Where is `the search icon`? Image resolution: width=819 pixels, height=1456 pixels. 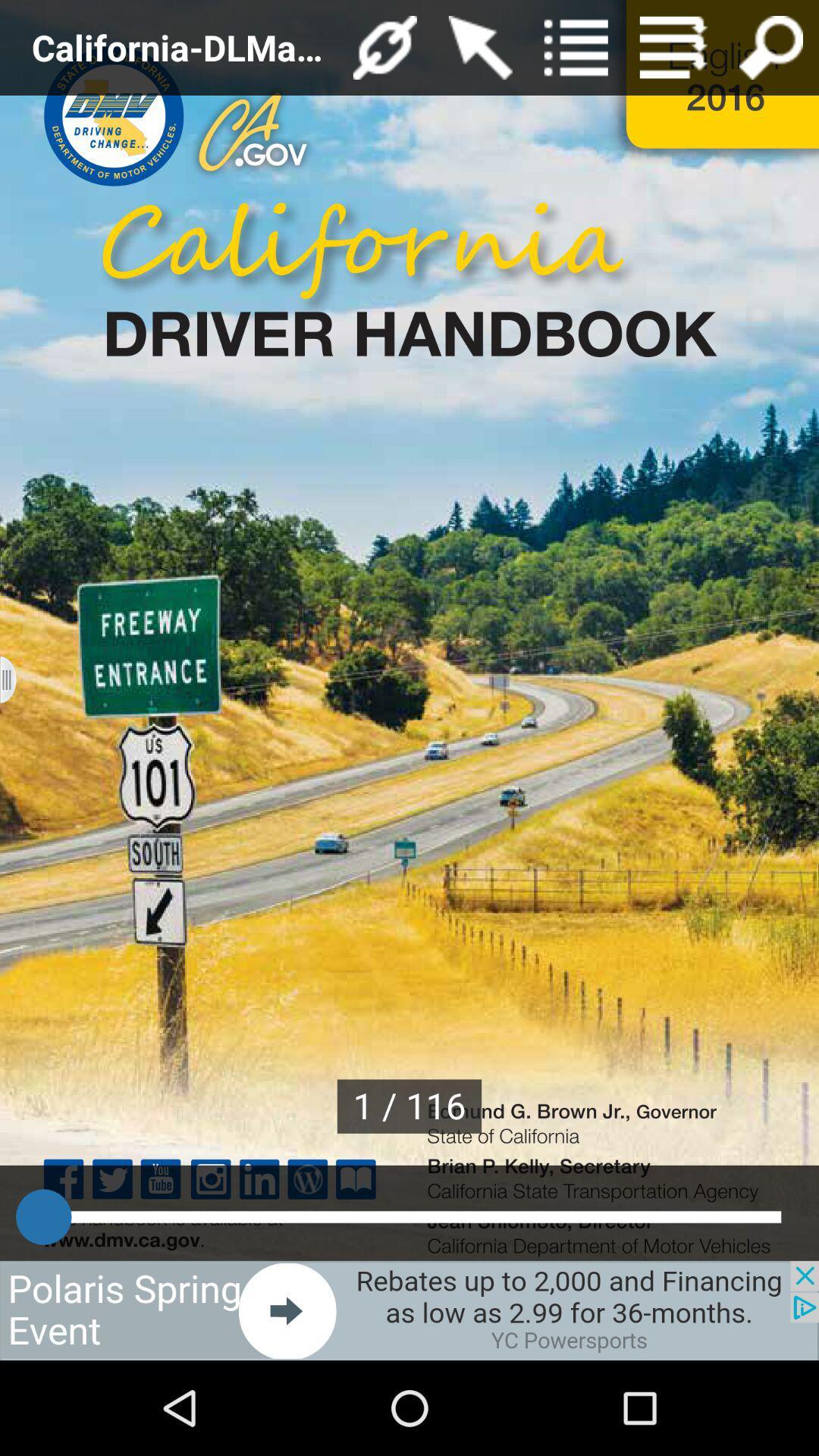 the search icon is located at coordinates (771, 51).